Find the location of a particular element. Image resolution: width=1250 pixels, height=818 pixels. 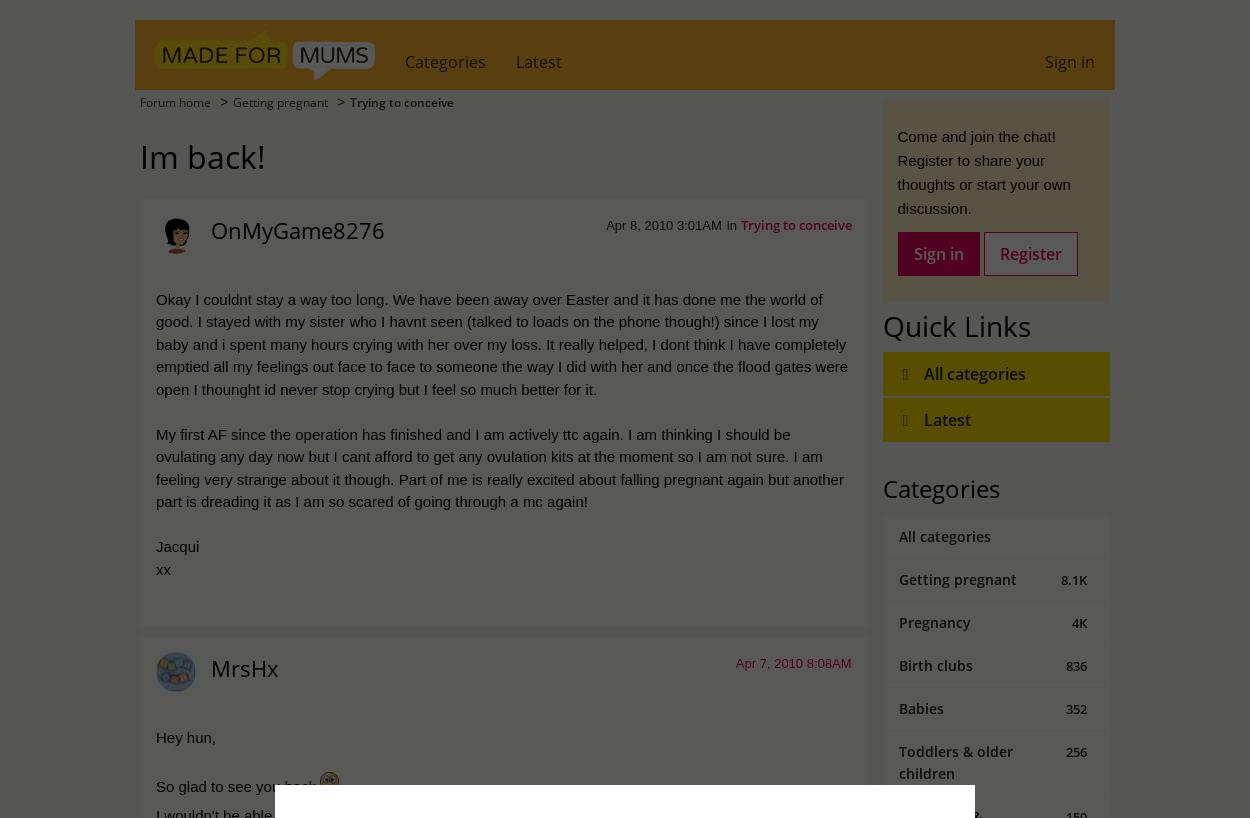

'in' is located at coordinates (732, 224).